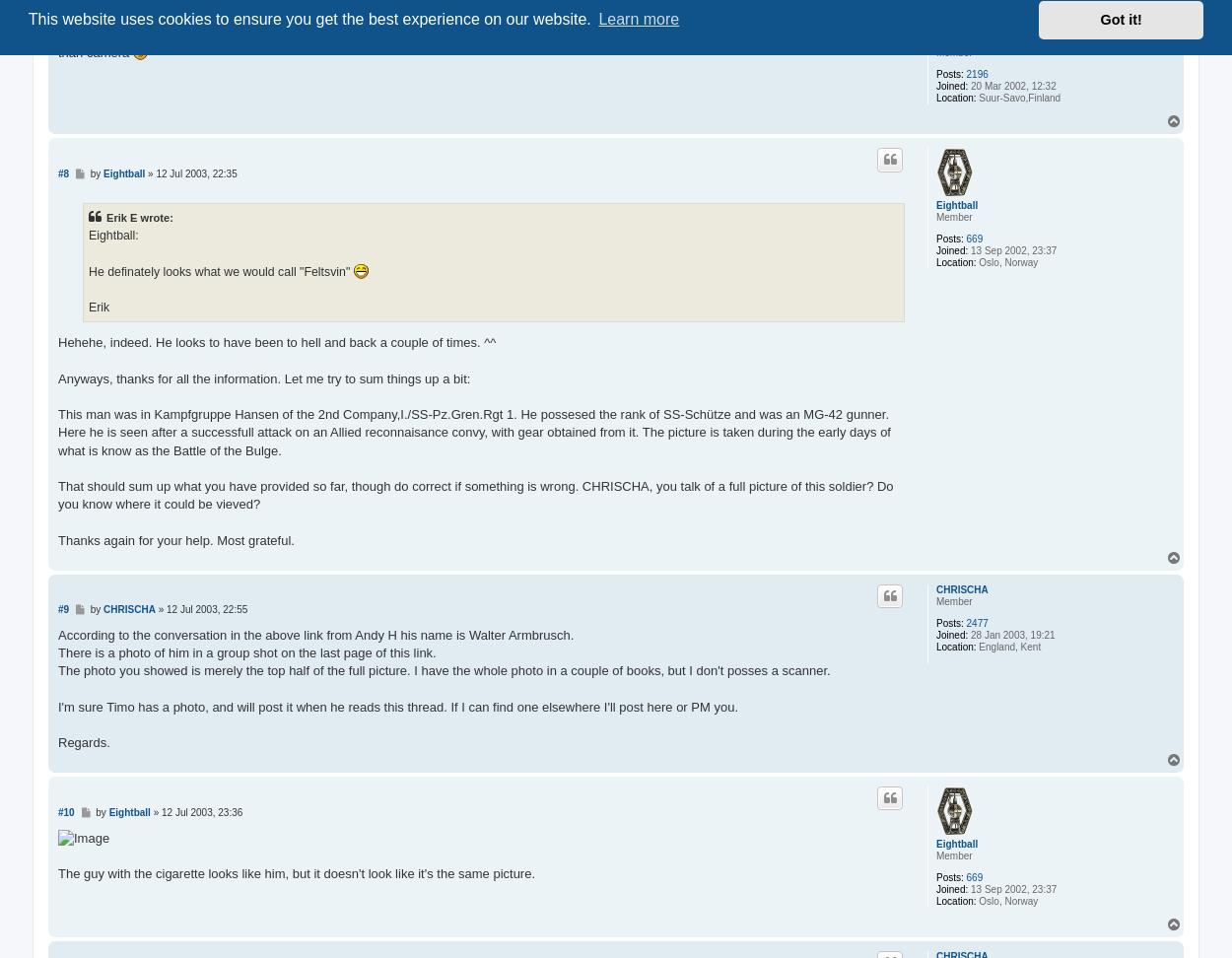 This screenshot has width=1232, height=958. I want to click on 'That should sum up what you have provided so far, though do correct if something is wrong. CHRISCHA, you talk of a full picture of this soldier? Do you know where it could be vieved?', so click(58, 495).